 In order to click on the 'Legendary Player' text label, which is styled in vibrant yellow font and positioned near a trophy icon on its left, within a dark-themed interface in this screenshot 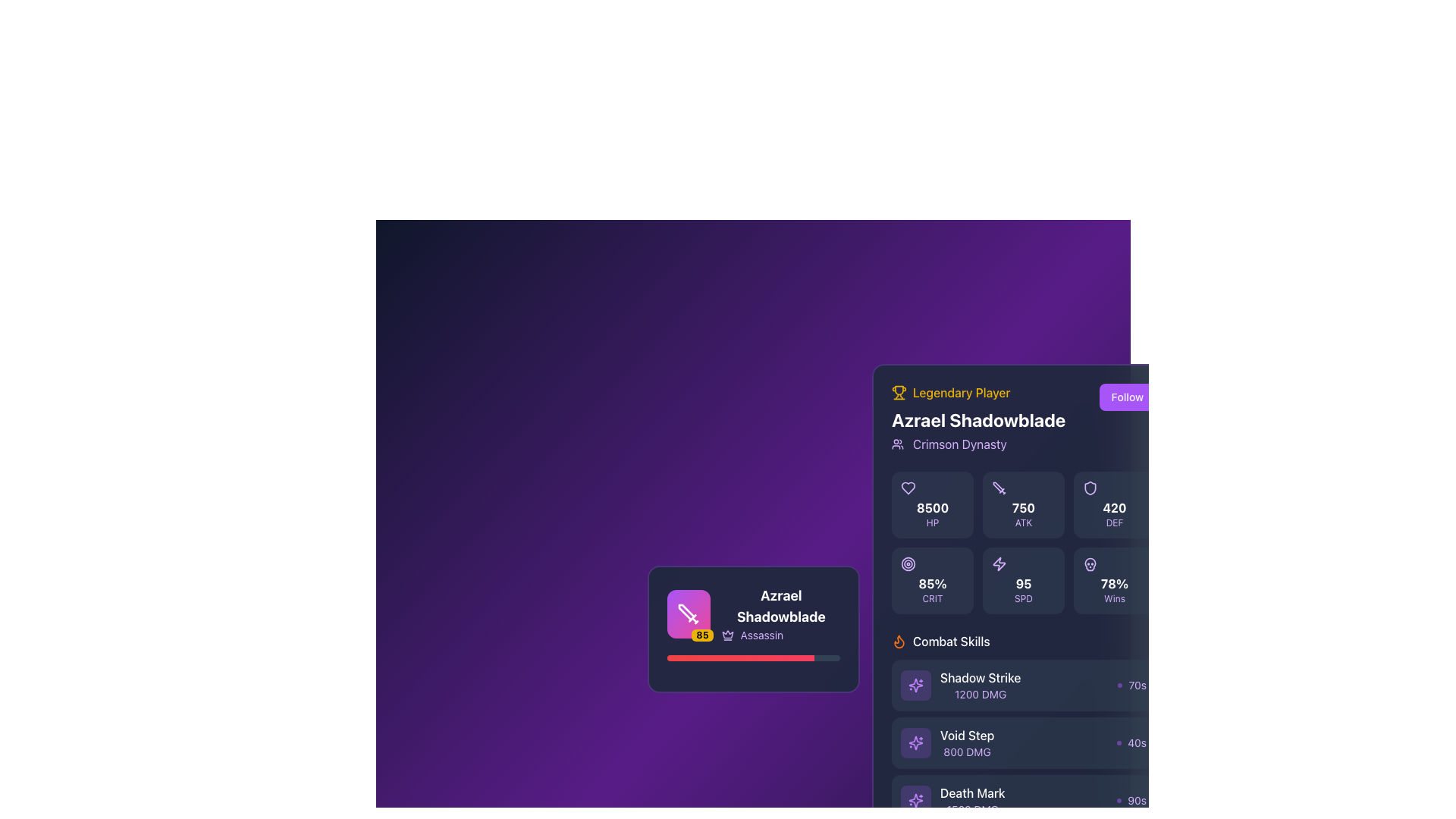, I will do `click(960, 391)`.